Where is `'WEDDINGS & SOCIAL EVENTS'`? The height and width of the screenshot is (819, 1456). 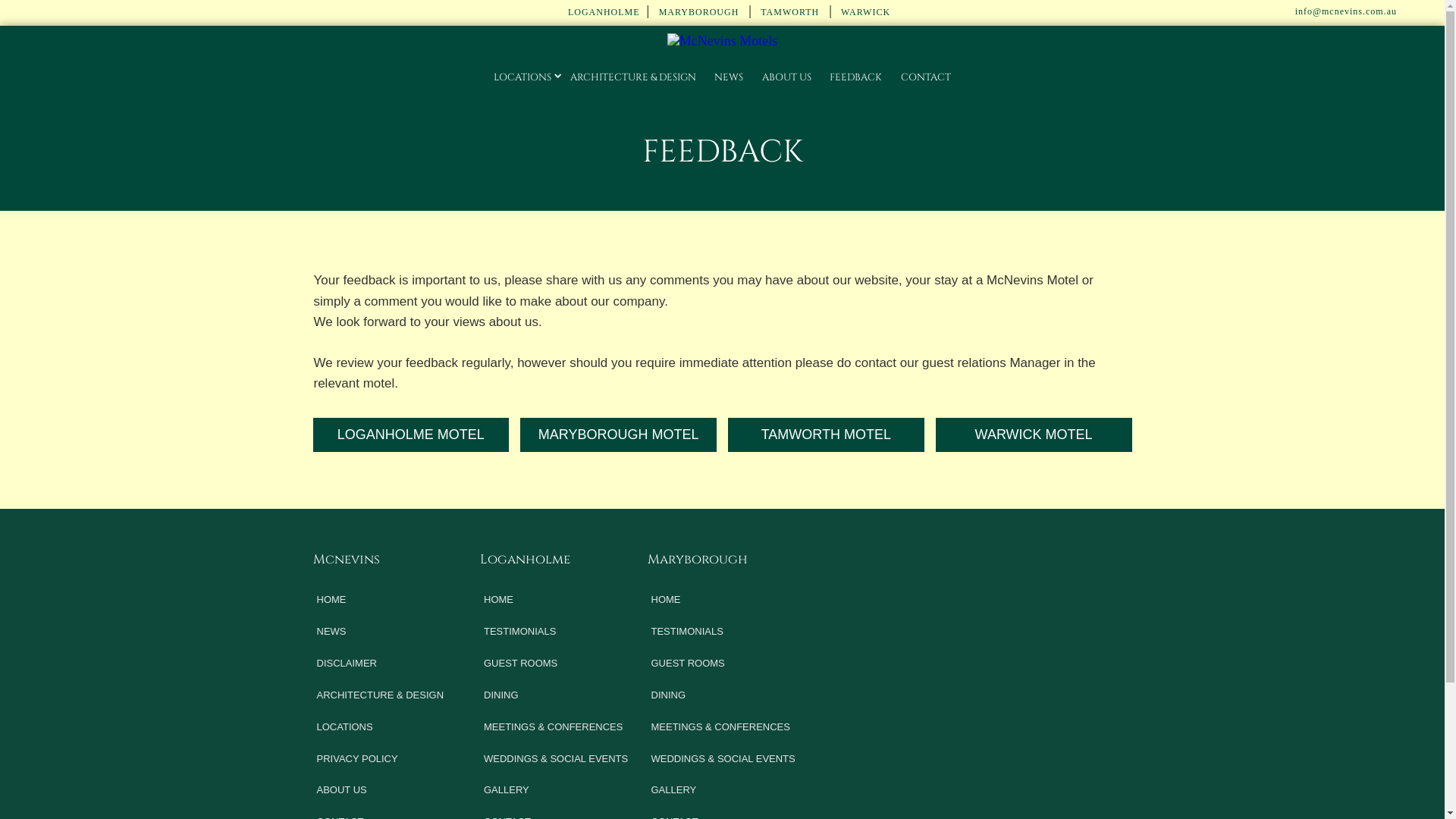 'WEDDINGS & SOCIAL EVENTS' is located at coordinates (648, 759).